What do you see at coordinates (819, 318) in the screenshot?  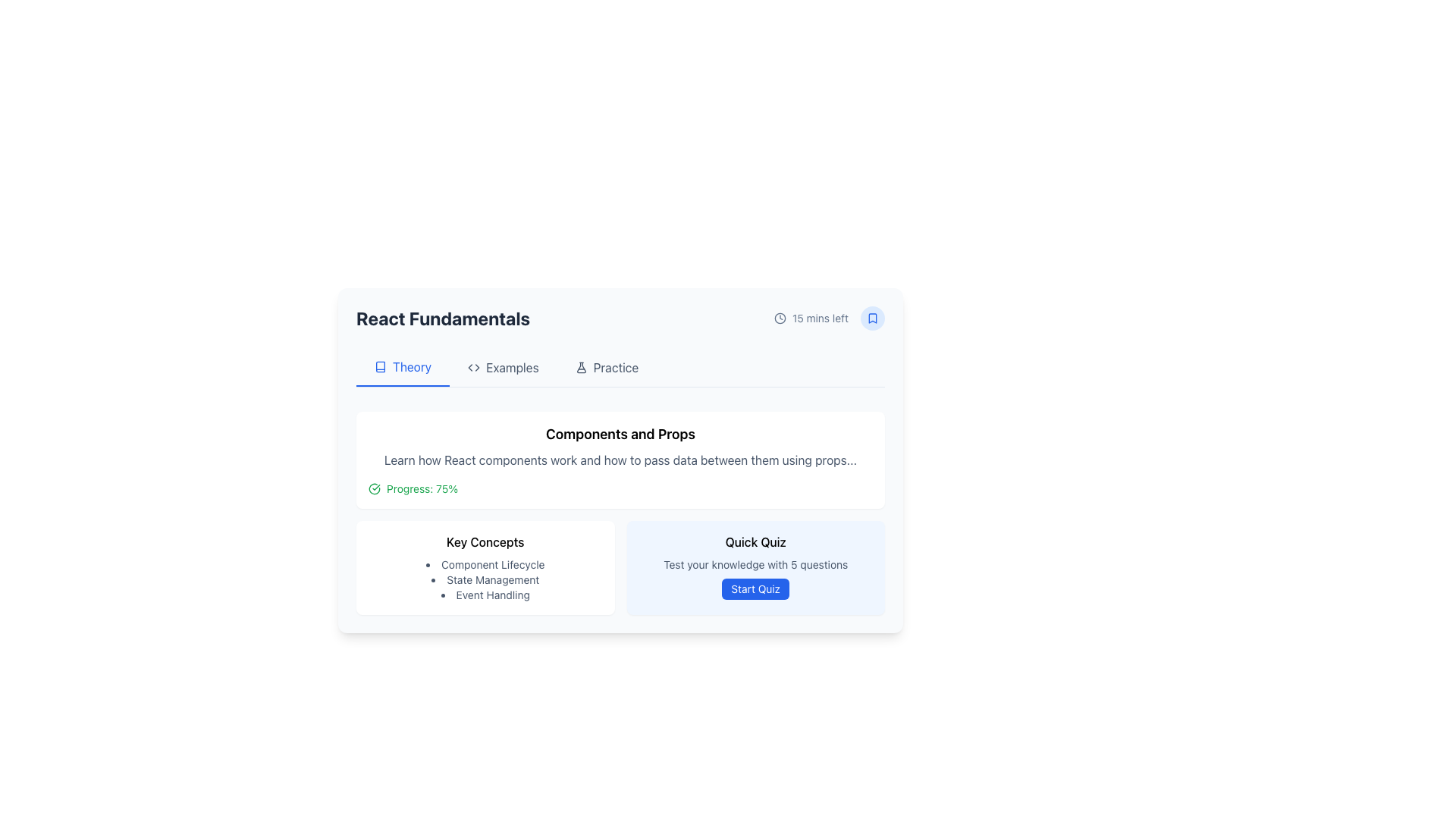 I see `text displayed in the slate-colored font that says '15 mins left', which is located in the top-right section of the central content card, aligned to the right of a clock icon` at bounding box center [819, 318].